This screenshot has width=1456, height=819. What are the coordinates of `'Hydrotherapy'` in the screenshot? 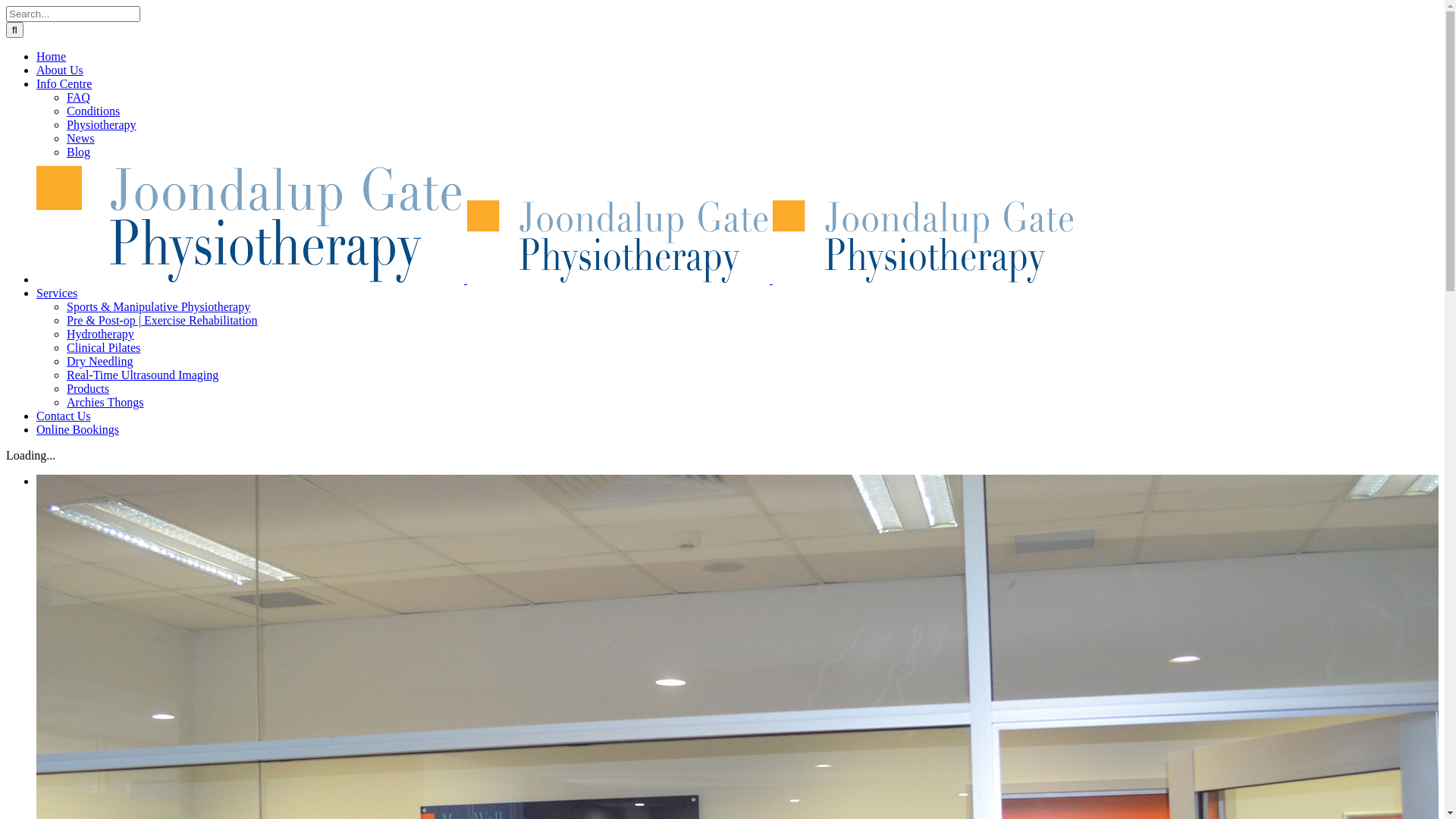 It's located at (99, 333).